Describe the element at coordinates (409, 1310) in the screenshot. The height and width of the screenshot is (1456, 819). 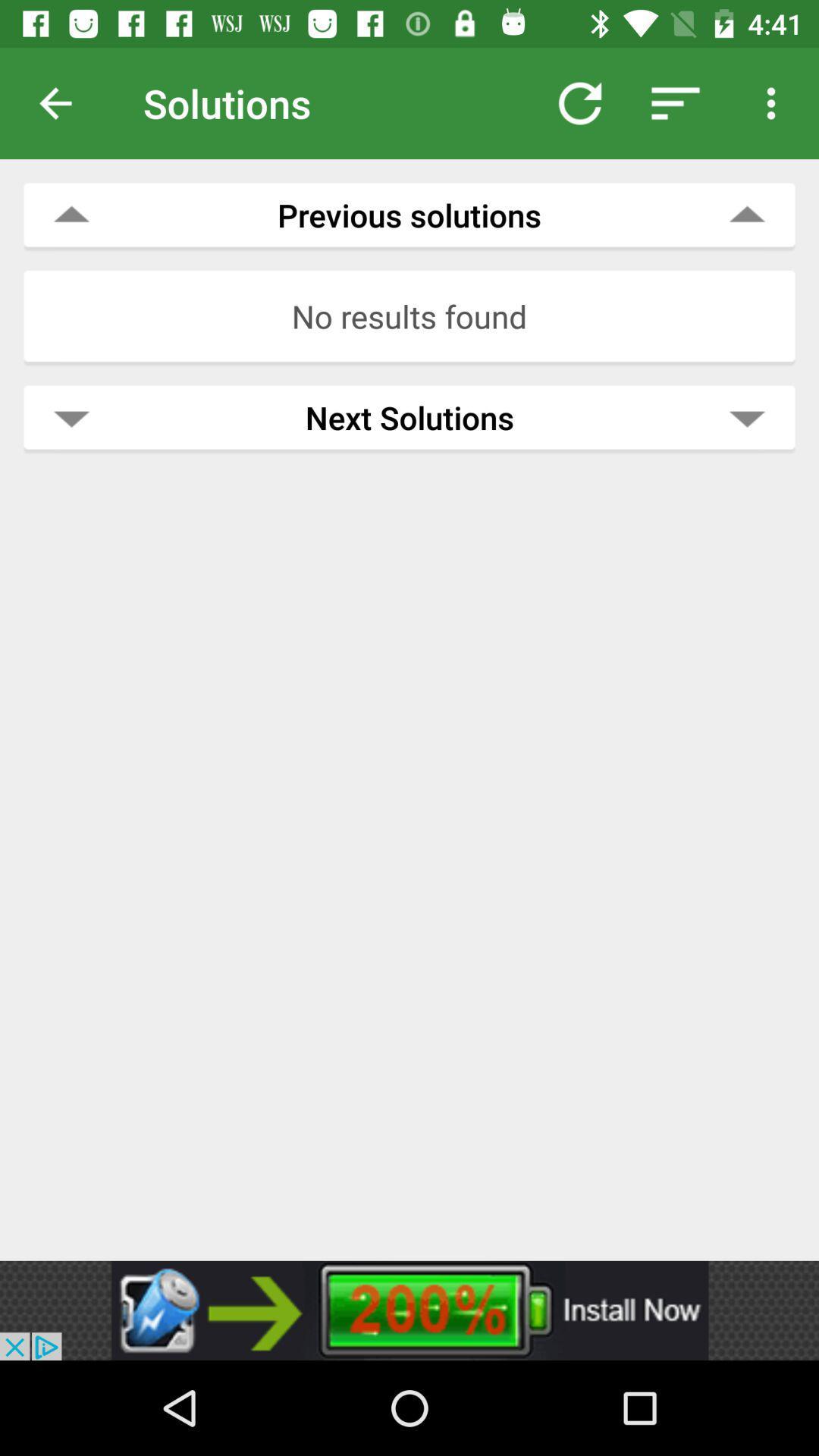
I see `advertisement button` at that location.